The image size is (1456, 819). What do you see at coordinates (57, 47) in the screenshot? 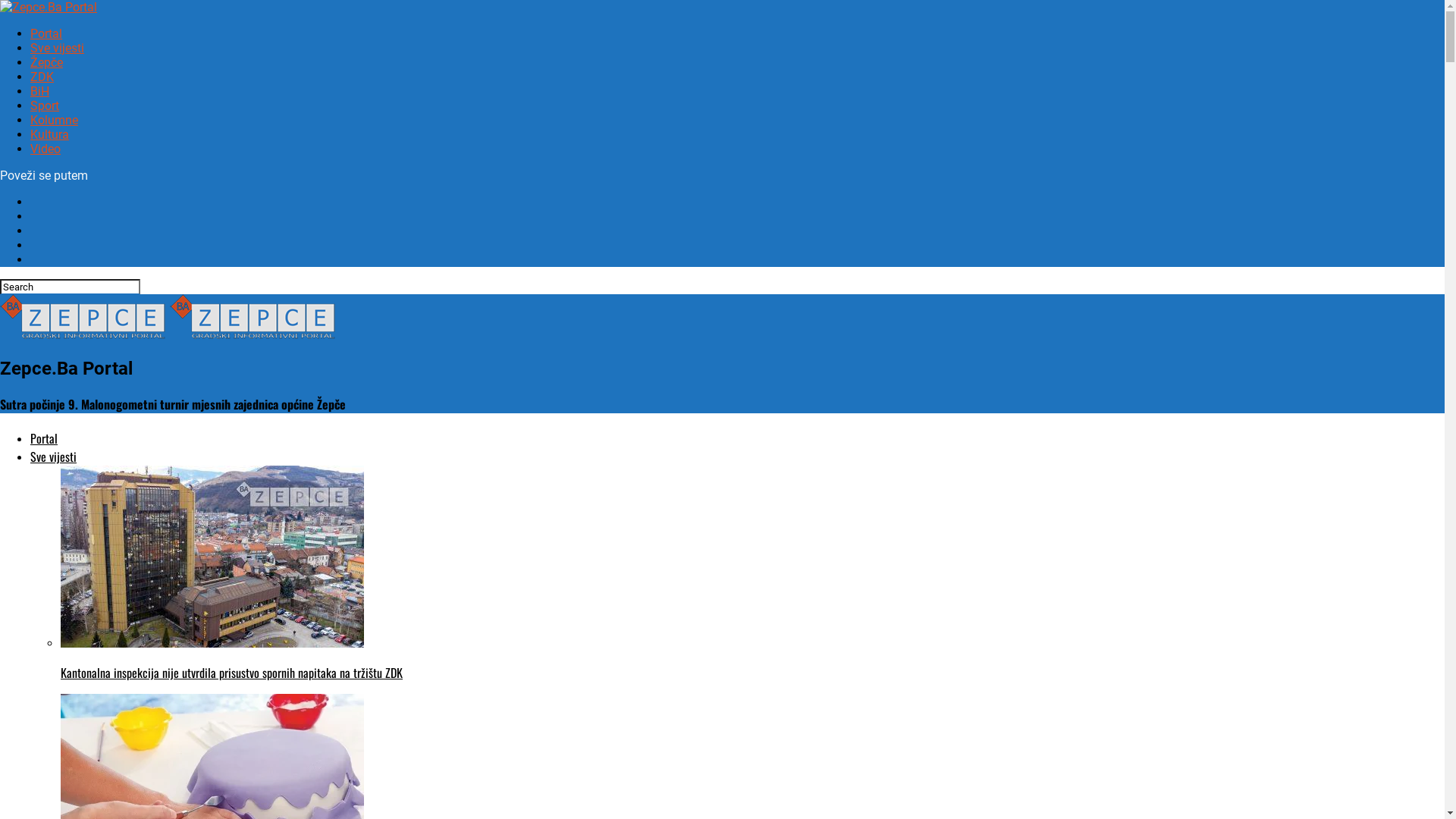
I see `'Sve vijesti'` at bounding box center [57, 47].